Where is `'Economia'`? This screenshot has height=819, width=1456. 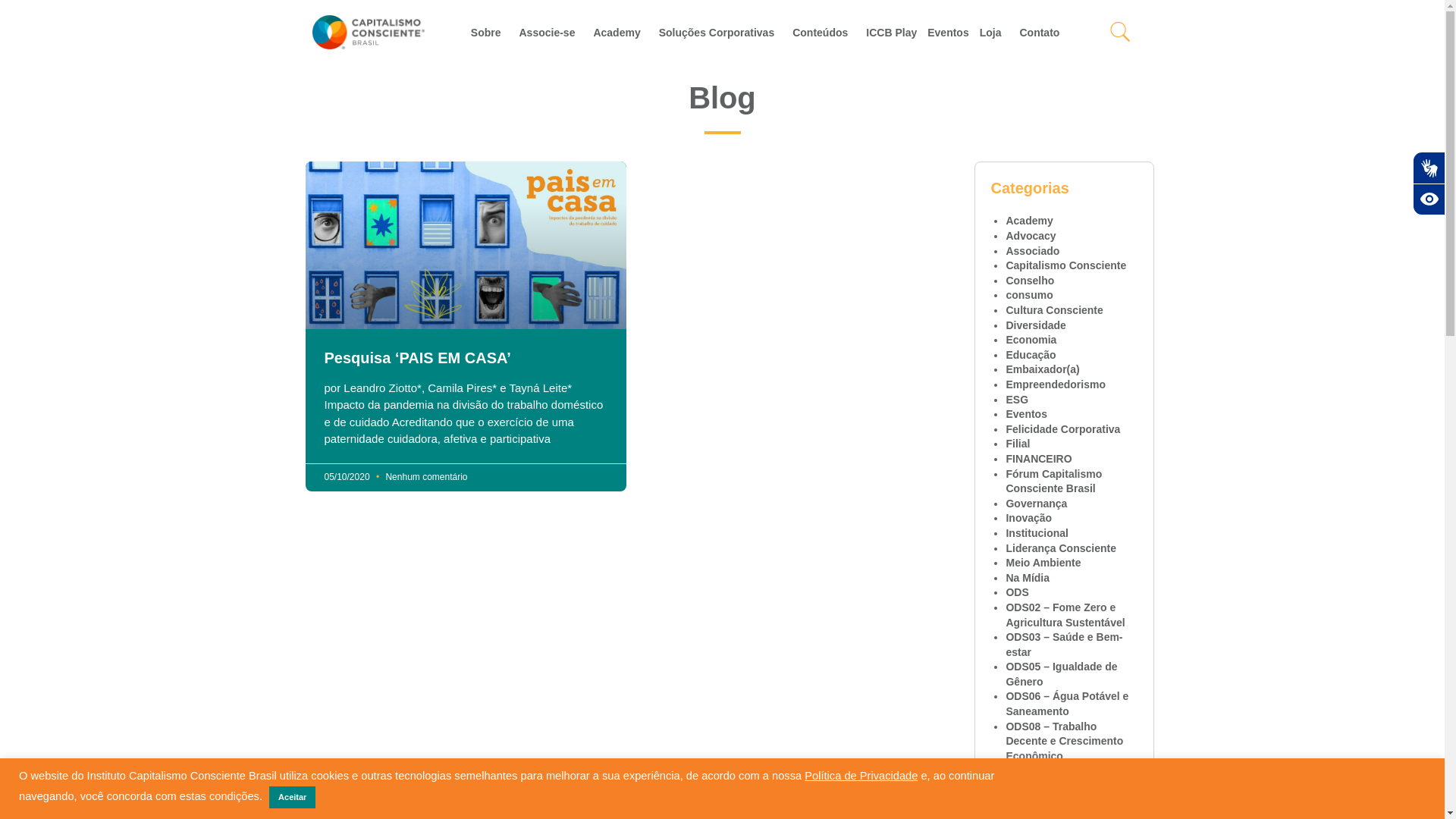 'Economia' is located at coordinates (1031, 338).